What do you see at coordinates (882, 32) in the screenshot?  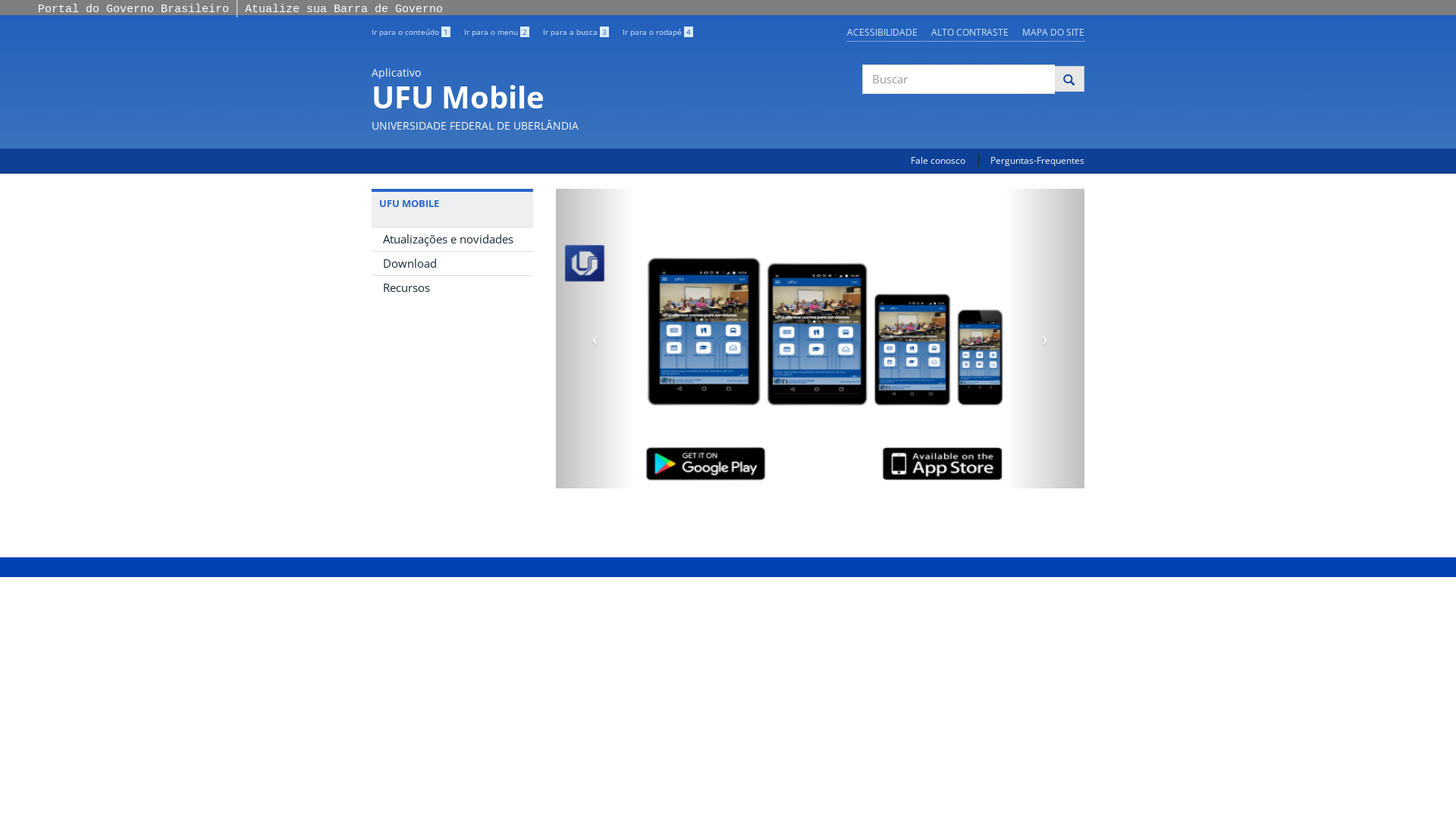 I see `'ACESSIBILIDADE'` at bounding box center [882, 32].